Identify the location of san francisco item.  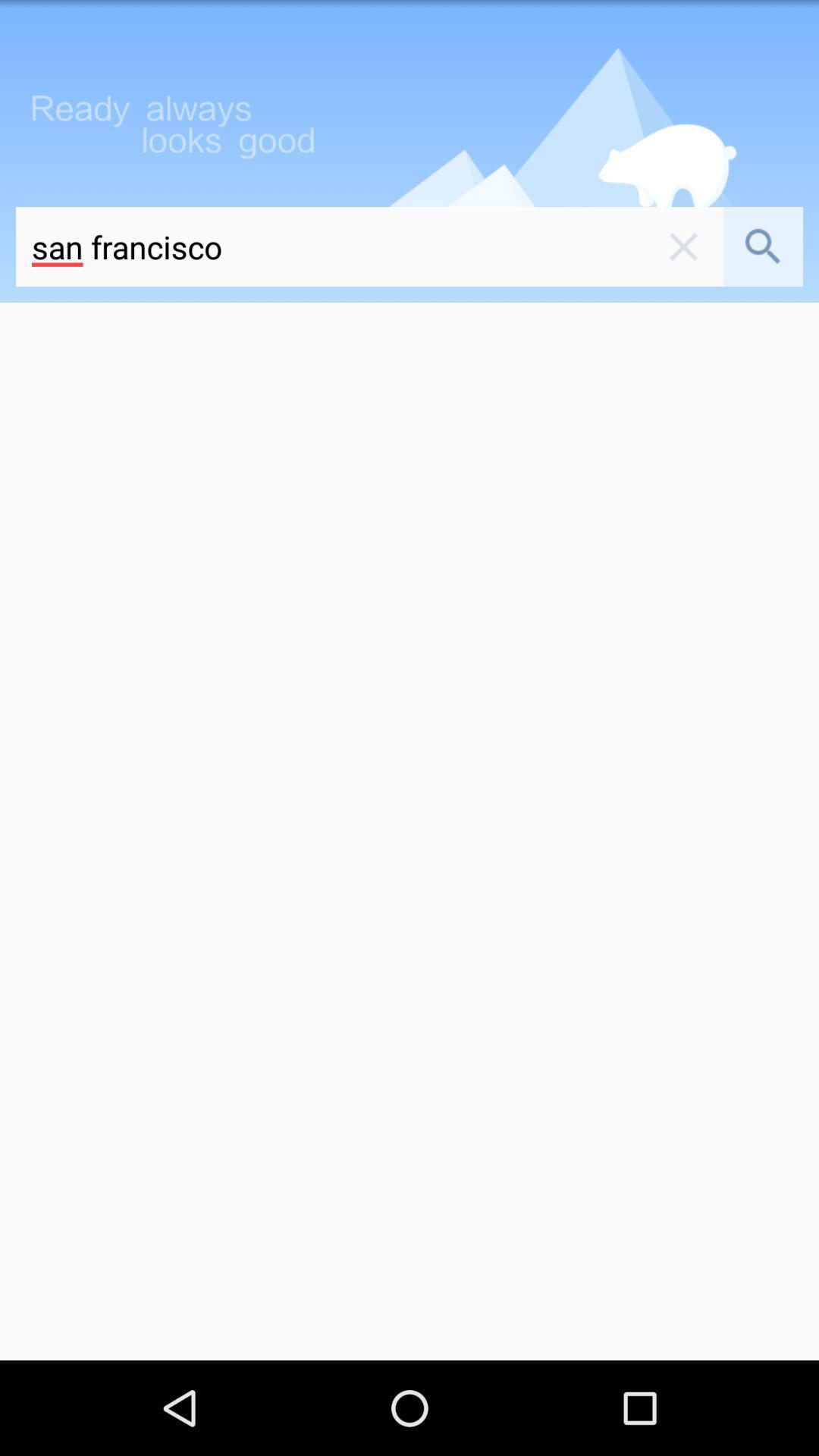
(329, 246).